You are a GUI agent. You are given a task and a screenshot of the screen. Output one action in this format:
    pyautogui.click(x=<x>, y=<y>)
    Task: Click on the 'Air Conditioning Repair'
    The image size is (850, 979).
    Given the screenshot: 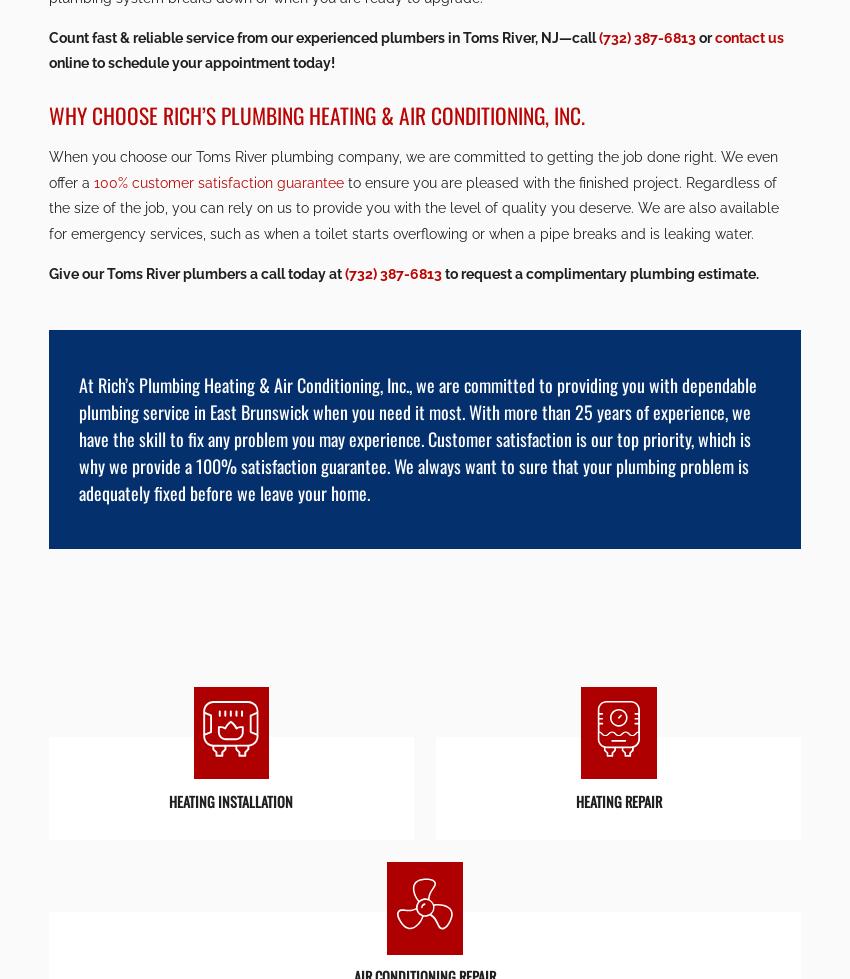 What is the action you would take?
    pyautogui.click(x=424, y=478)
    